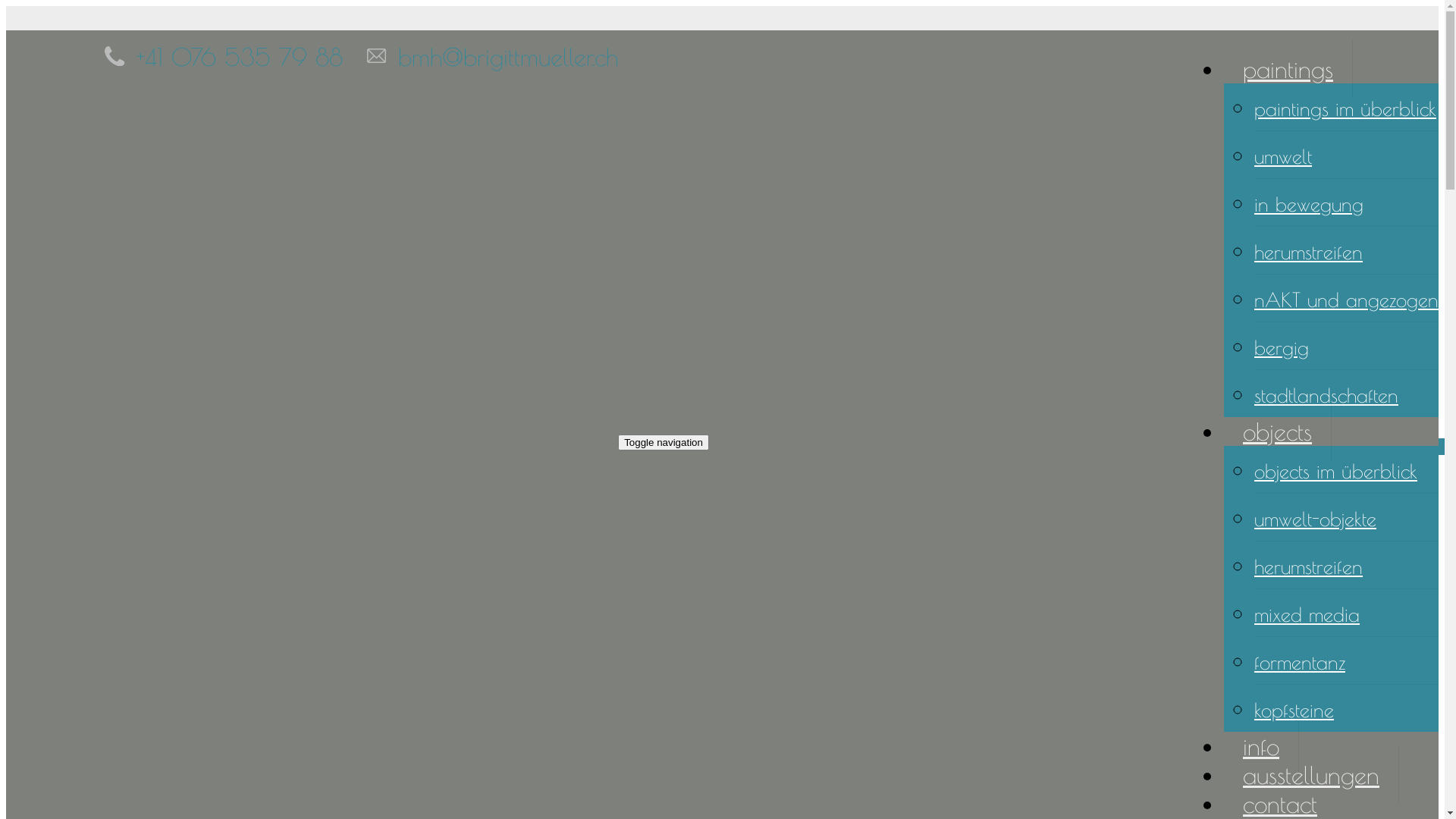  What do you see at coordinates (1298, 661) in the screenshot?
I see `'formentanz'` at bounding box center [1298, 661].